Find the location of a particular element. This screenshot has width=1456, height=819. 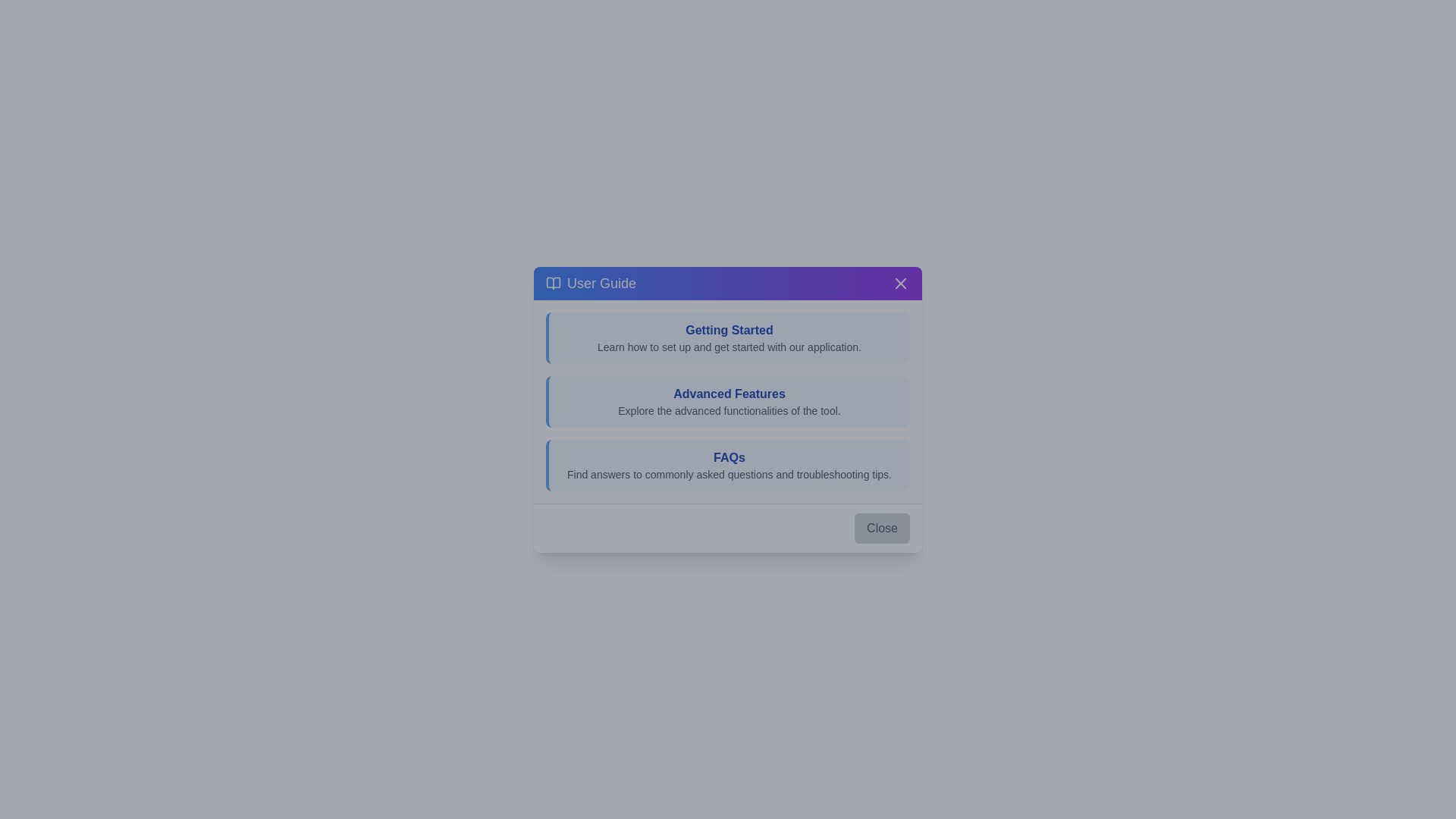

the Close Button (SVG graphic) located in the top-right corner of the 'User Guide' dialog box to indicate interactivity is located at coordinates (901, 283).